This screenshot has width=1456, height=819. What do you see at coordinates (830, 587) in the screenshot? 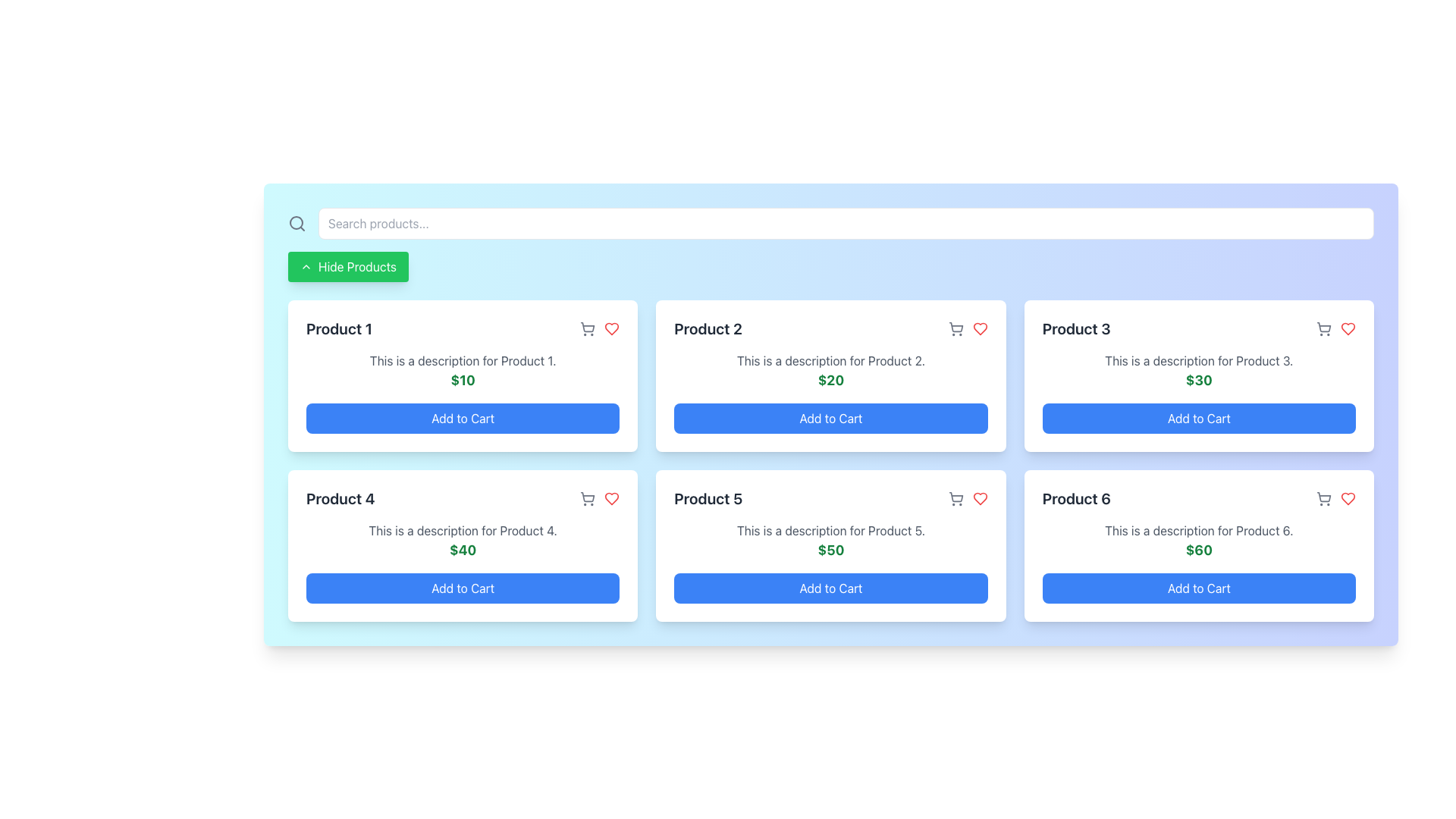
I see `the 'Add Product 5 to Cart' button located at the bottom of the Product 5 card` at bounding box center [830, 587].